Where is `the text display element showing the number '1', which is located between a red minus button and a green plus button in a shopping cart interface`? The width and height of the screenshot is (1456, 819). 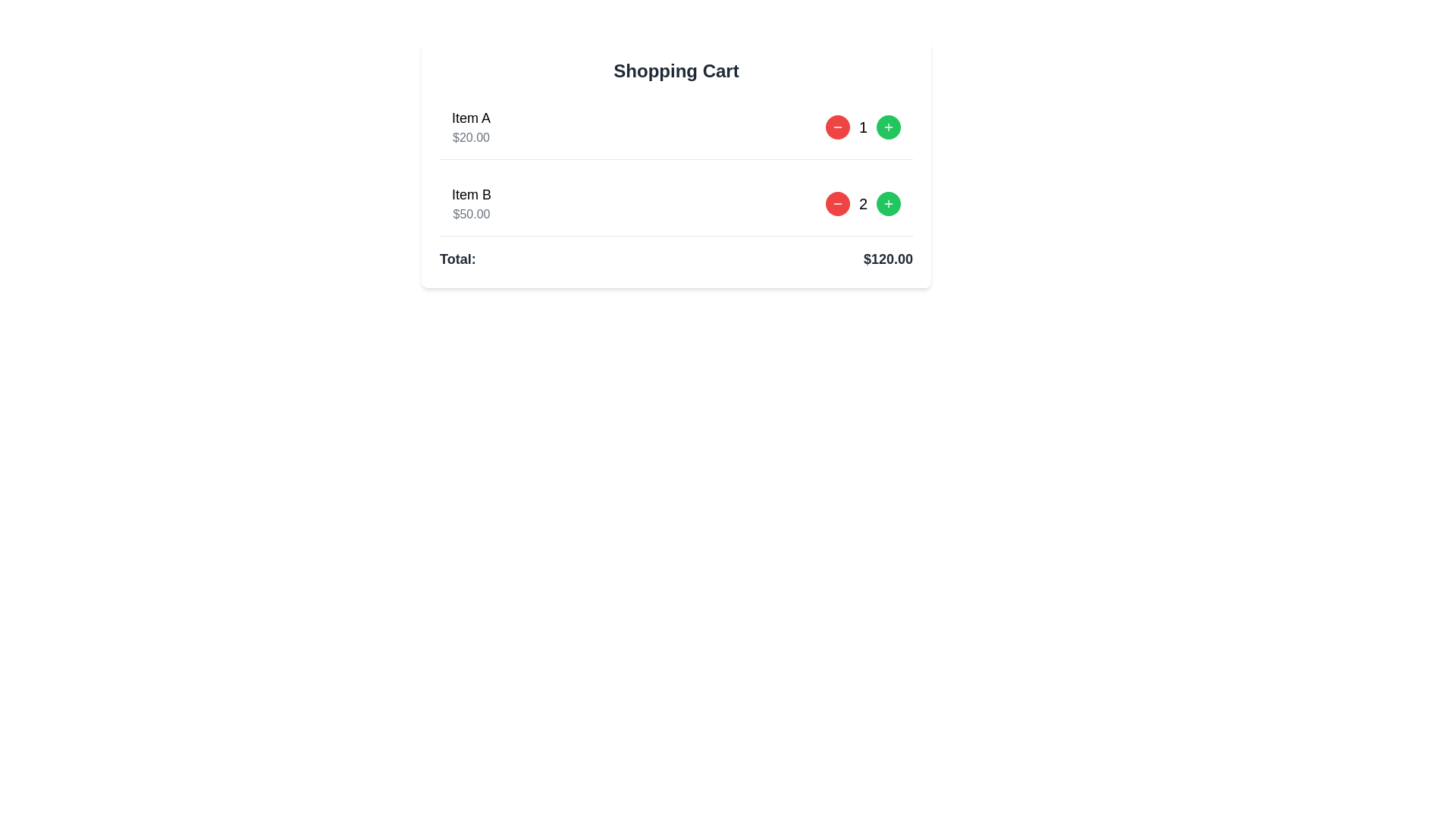 the text display element showing the number '1', which is located between a red minus button and a green plus button in a shopping cart interface is located at coordinates (863, 127).